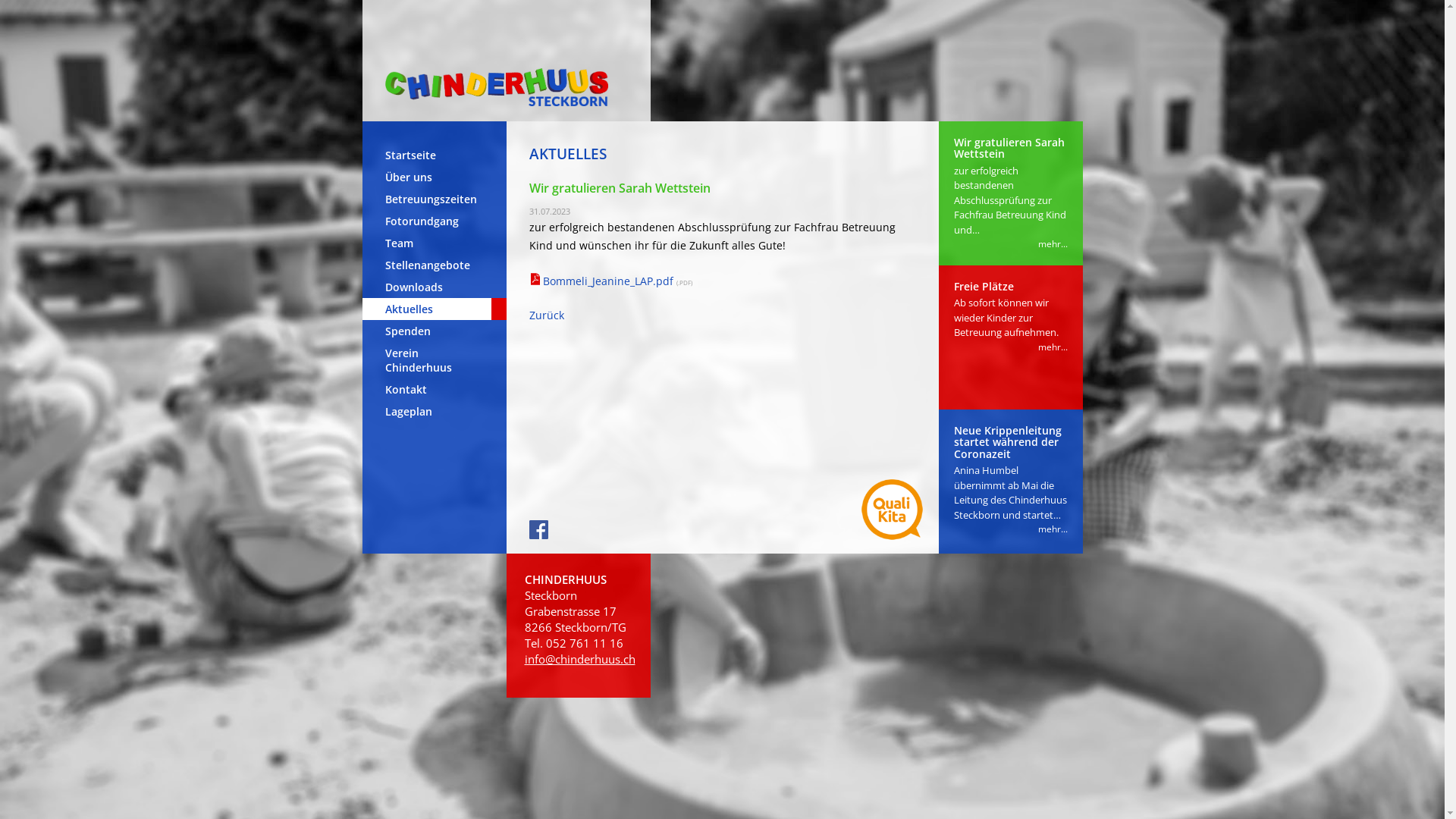 The image size is (1456, 819). Describe the element at coordinates (433, 221) in the screenshot. I see `'Fotorundgang'` at that location.